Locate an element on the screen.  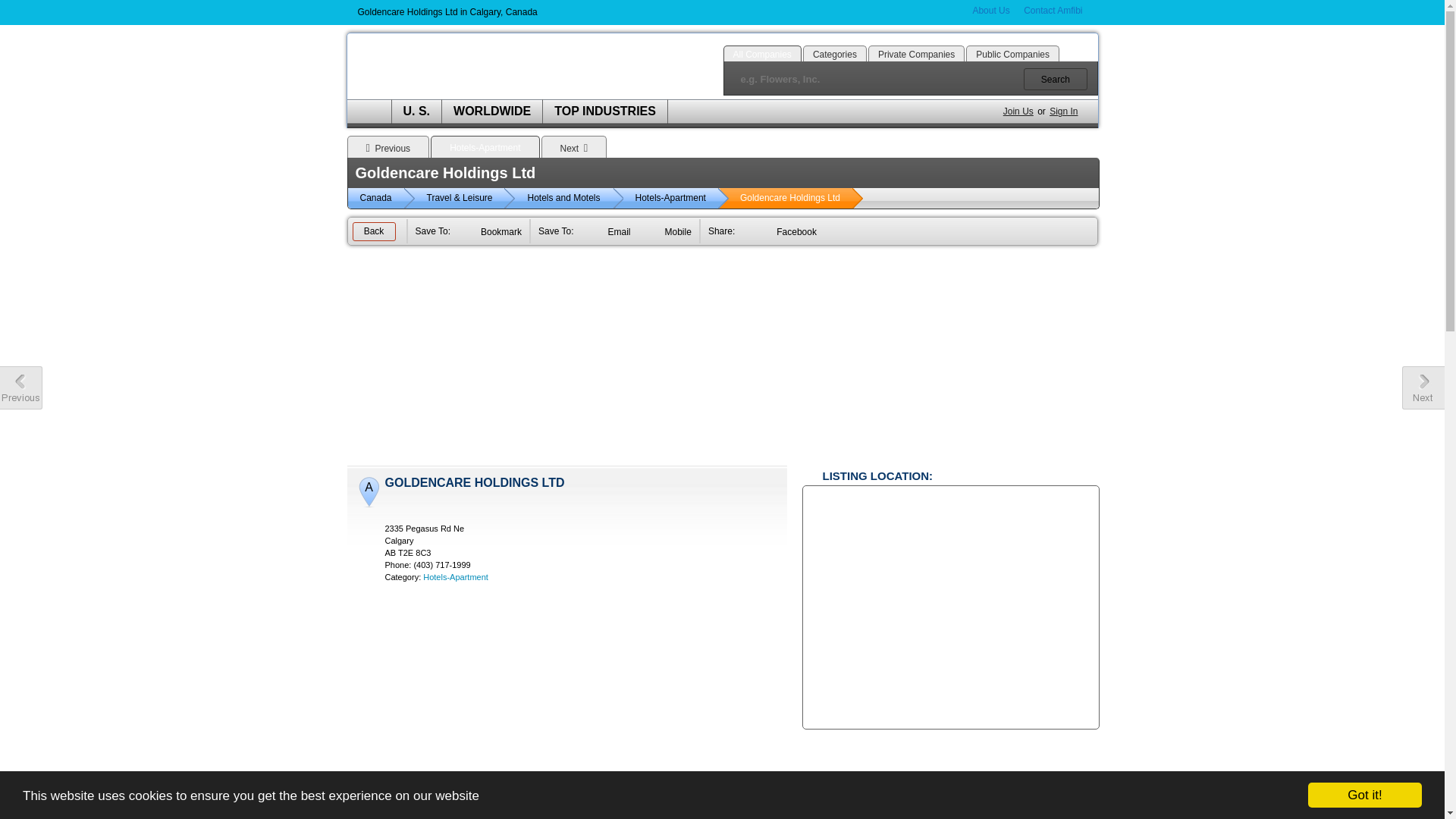
'HOME' is located at coordinates (369, 110).